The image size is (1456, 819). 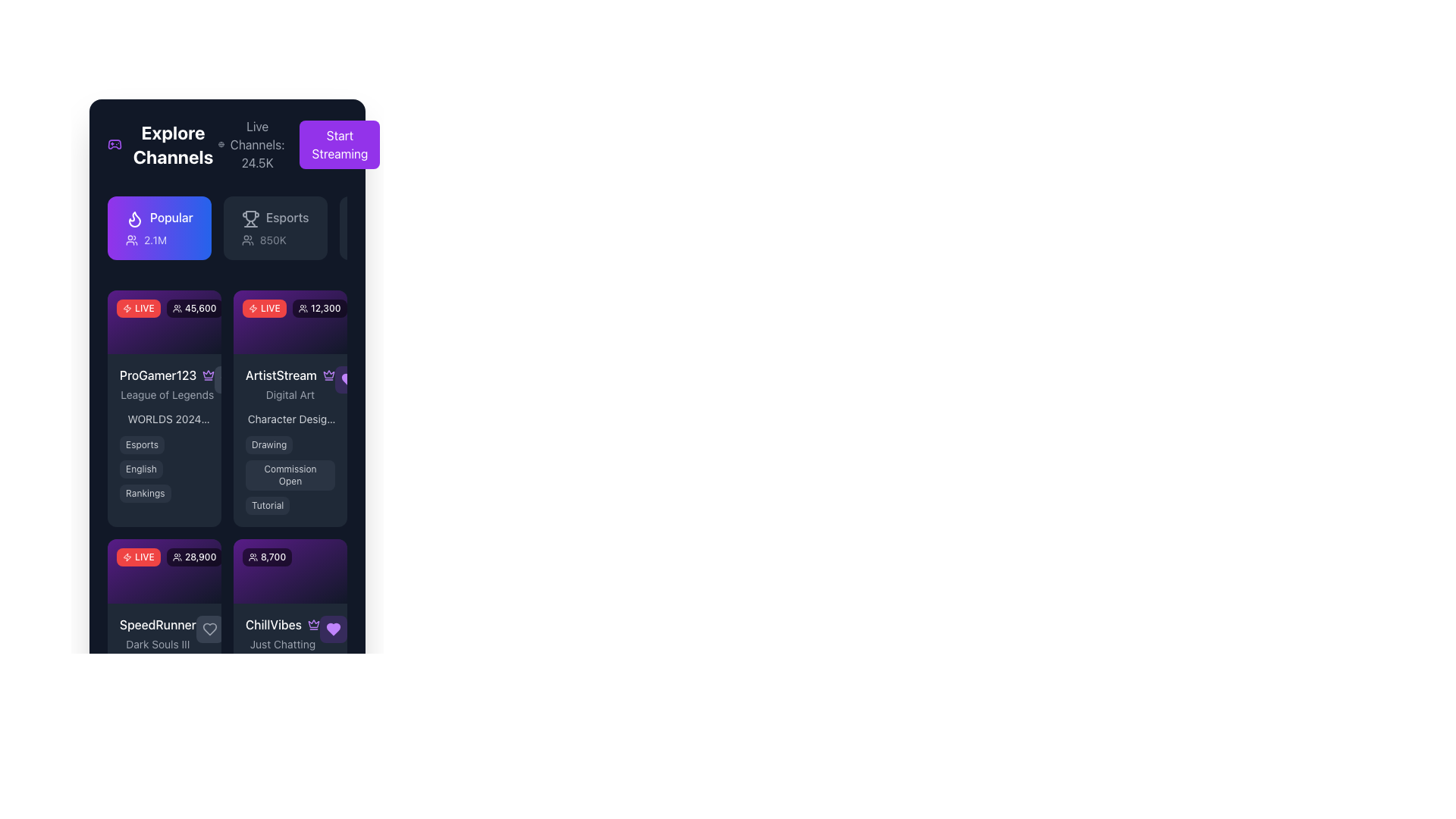 I want to click on the heart-shaped icon in the lower right corner of the 'SpeedRunner Dark Souls III' card to mark it as favorite, so click(x=209, y=629).